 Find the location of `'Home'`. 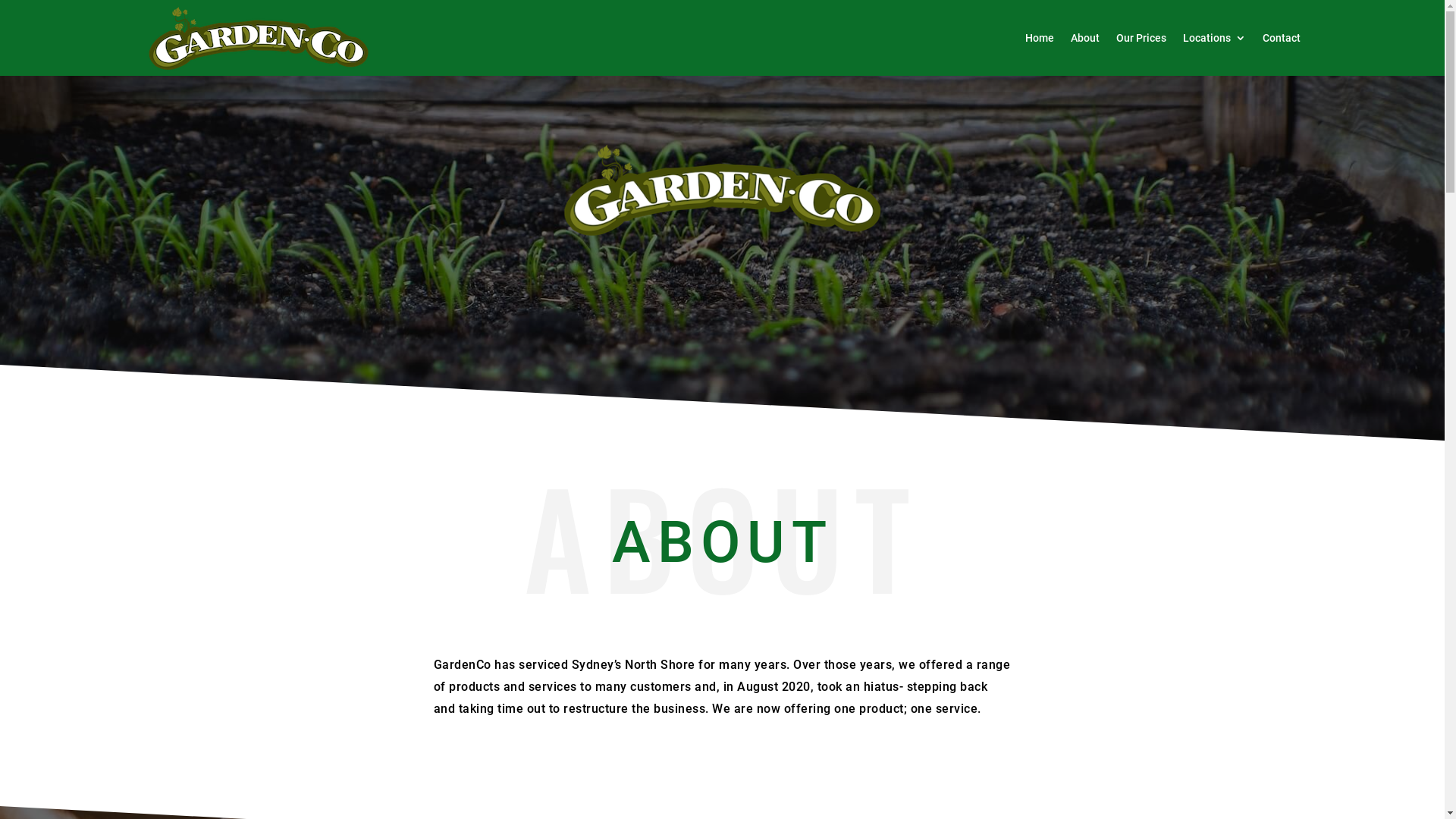

'Home' is located at coordinates (1039, 37).